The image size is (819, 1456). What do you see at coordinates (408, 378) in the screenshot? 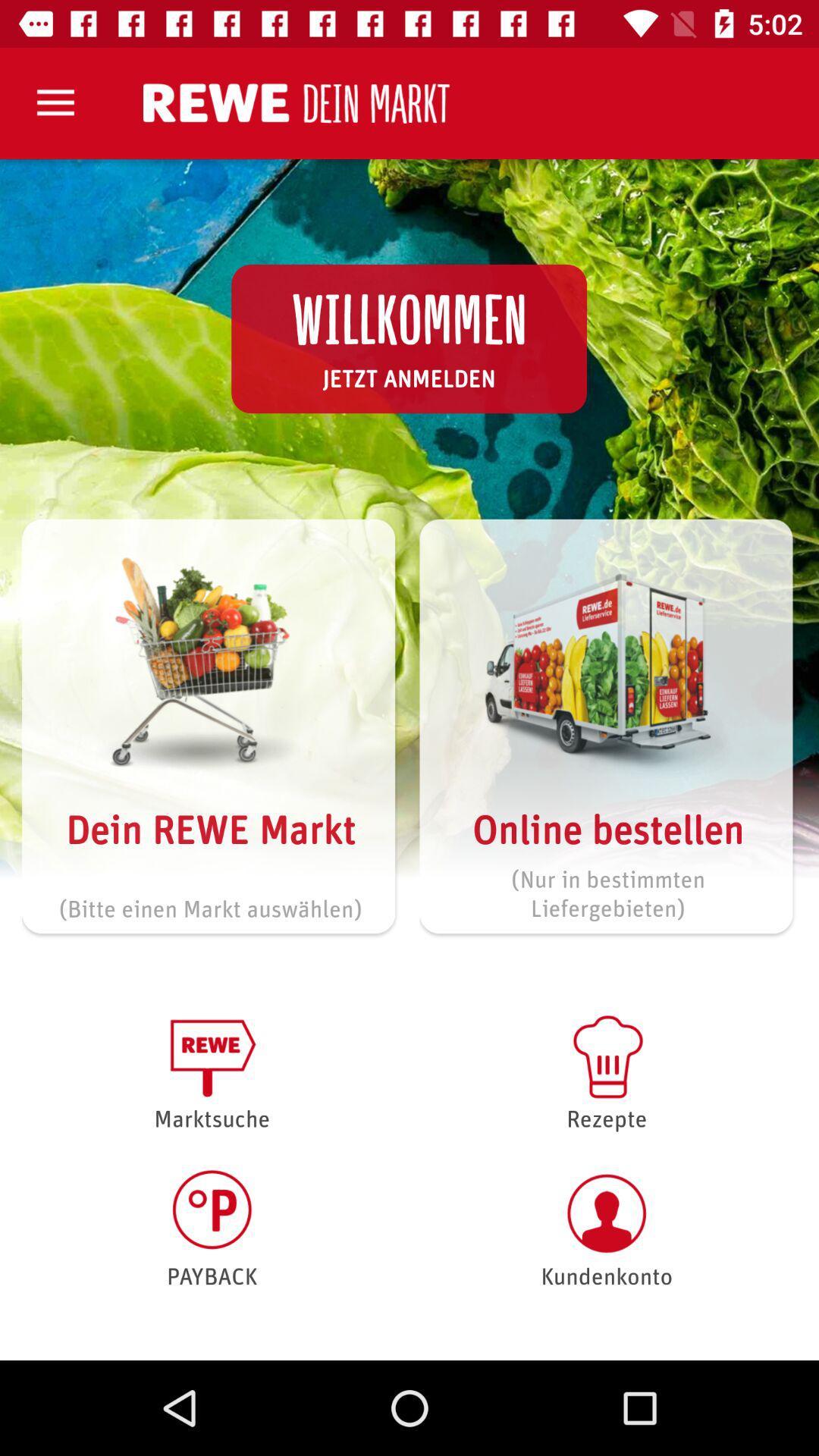
I see `the item below willkommen item` at bounding box center [408, 378].